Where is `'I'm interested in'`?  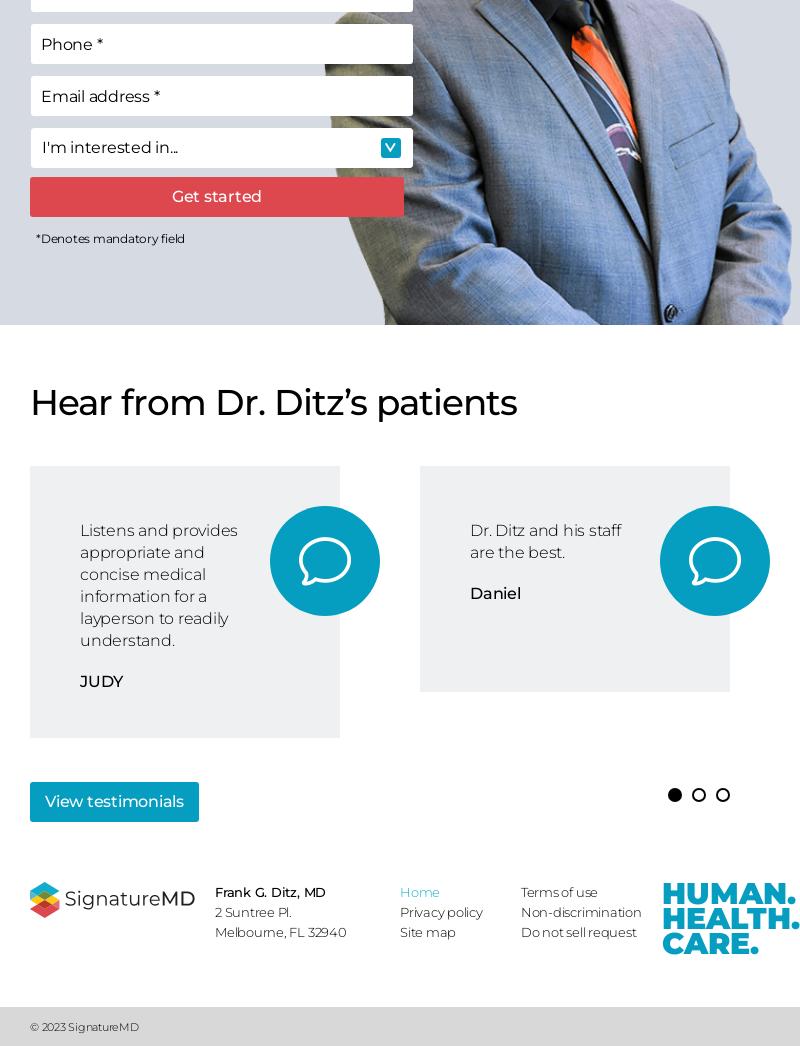 'I'm interested in' is located at coordinates (39, 146).